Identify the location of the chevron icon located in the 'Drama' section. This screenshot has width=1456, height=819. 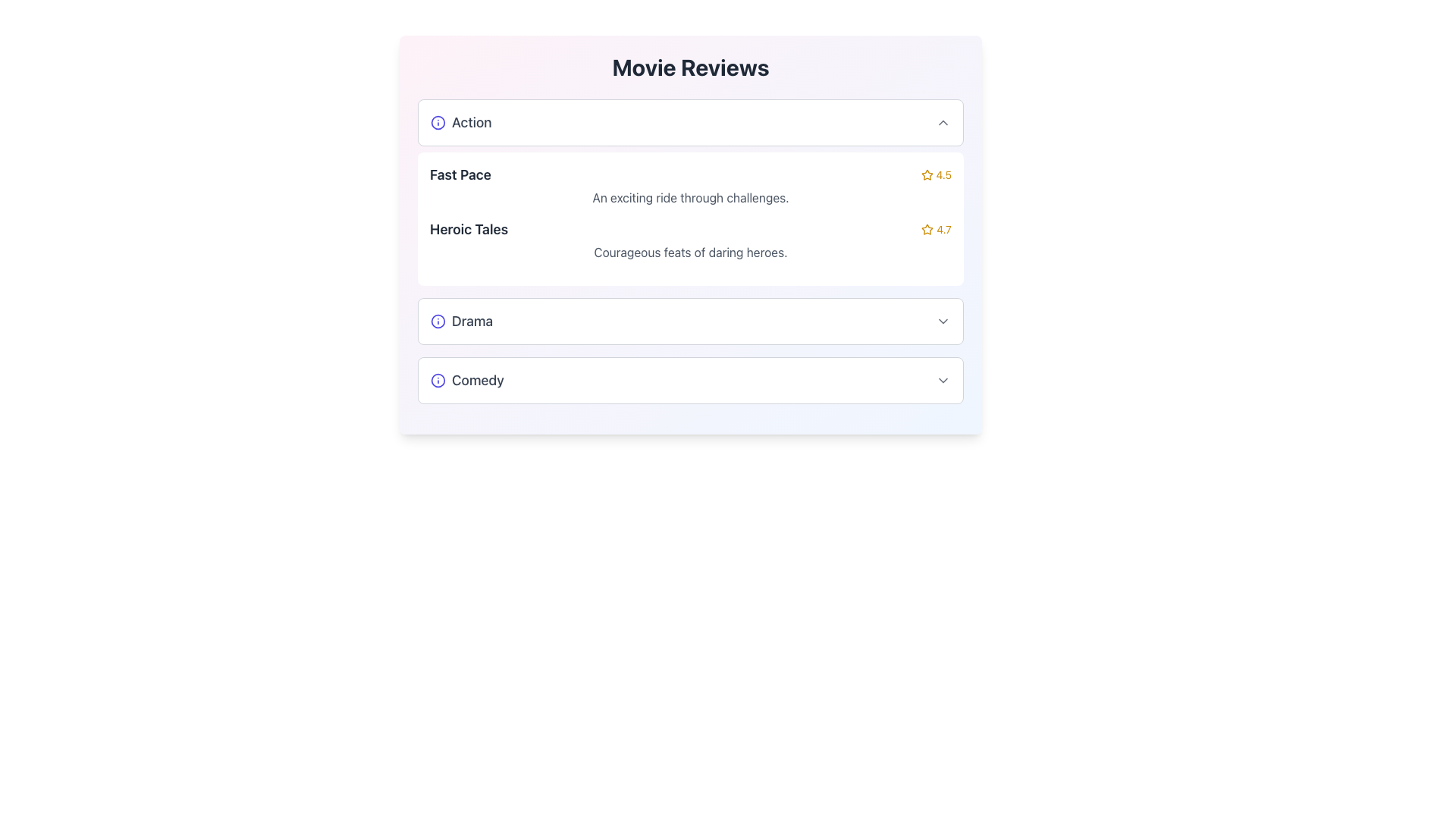
(942, 321).